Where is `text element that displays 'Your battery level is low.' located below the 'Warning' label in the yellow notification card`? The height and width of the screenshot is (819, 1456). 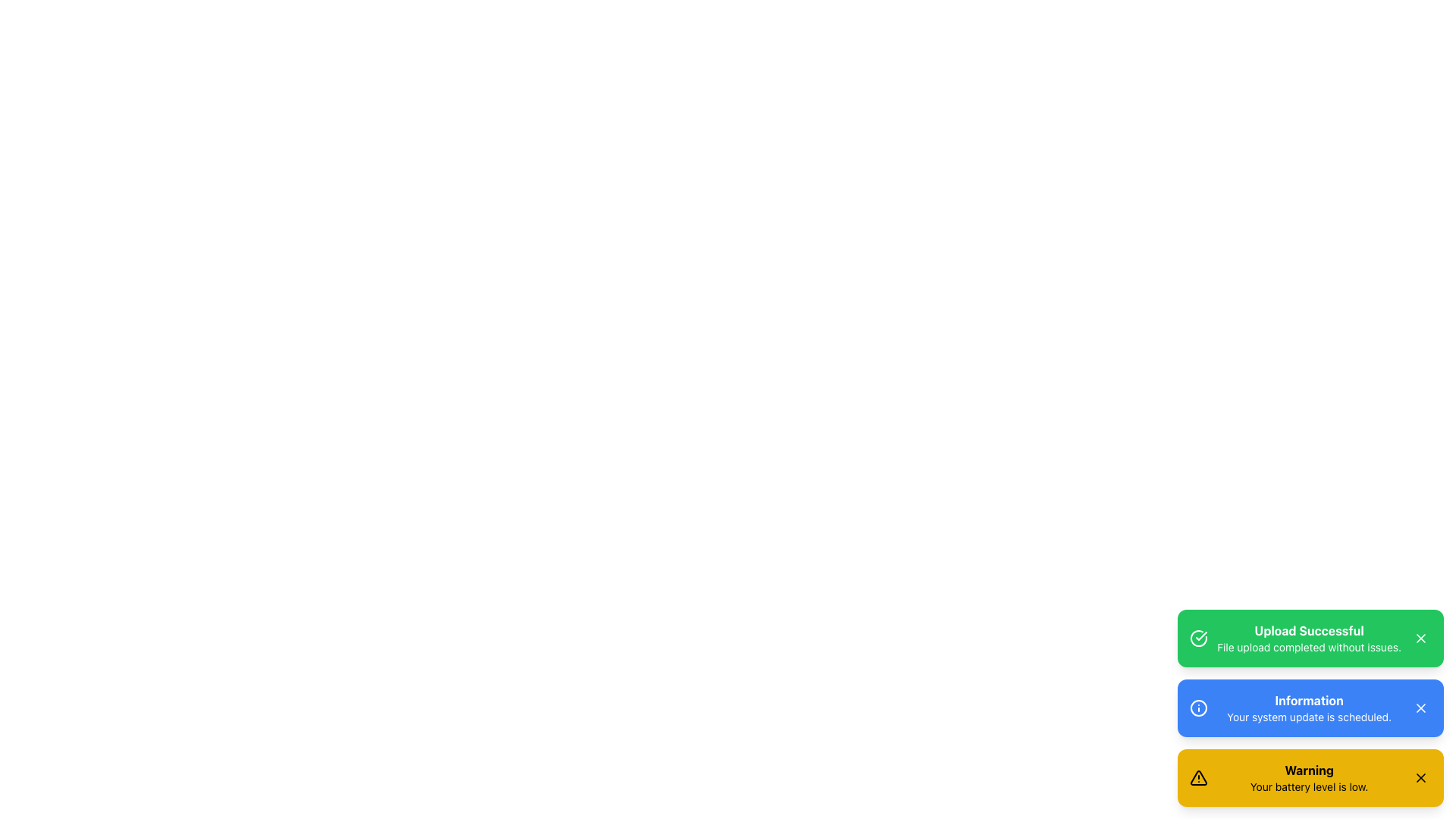 text element that displays 'Your battery level is low.' located below the 'Warning' label in the yellow notification card is located at coordinates (1308, 786).